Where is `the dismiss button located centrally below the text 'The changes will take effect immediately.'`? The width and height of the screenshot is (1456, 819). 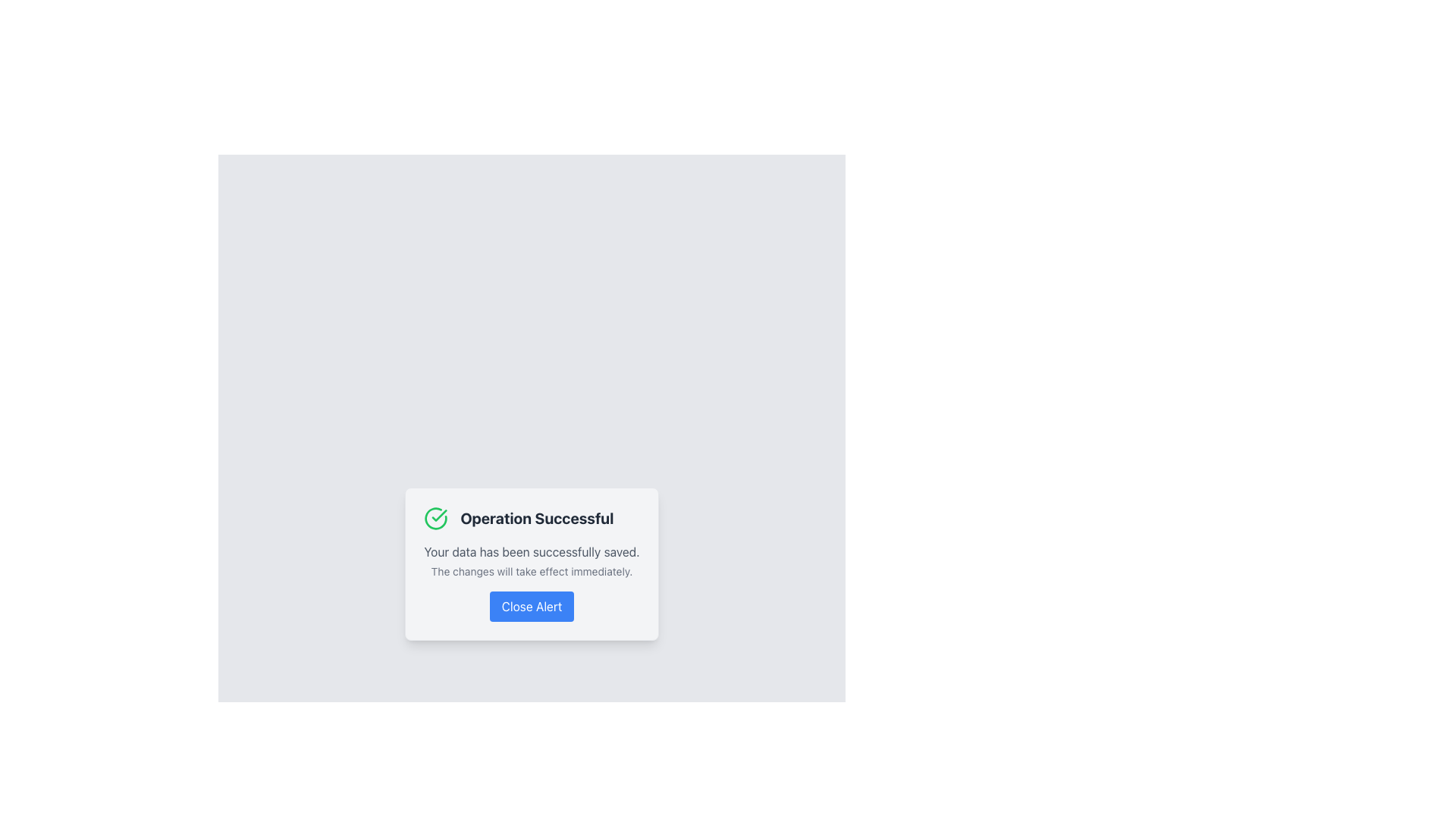
the dismiss button located centrally below the text 'The changes will take effect immediately.' is located at coordinates (532, 605).